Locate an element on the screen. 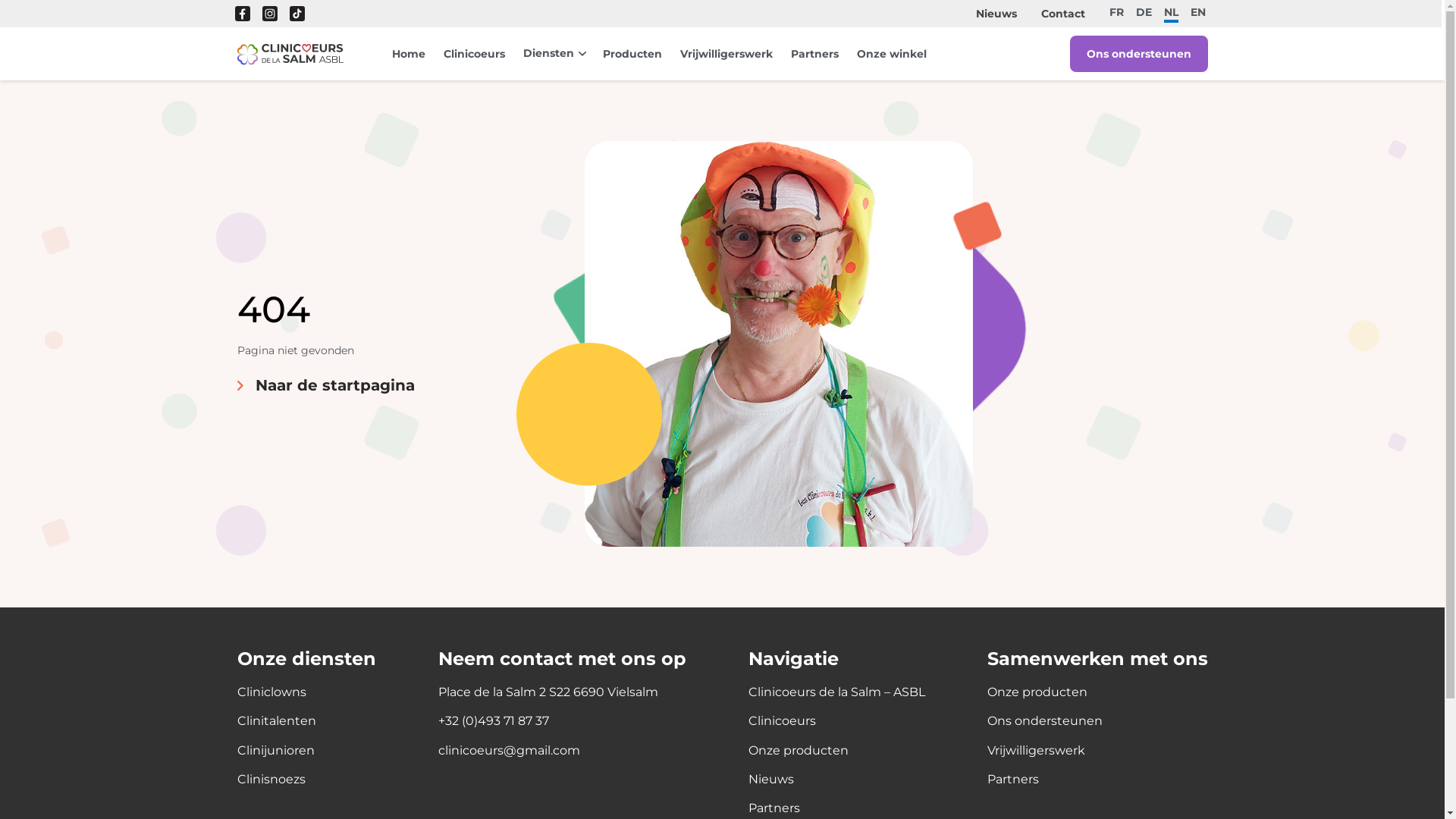 The width and height of the screenshot is (1456, 819). 'Instagram' is located at coordinates (269, 14).